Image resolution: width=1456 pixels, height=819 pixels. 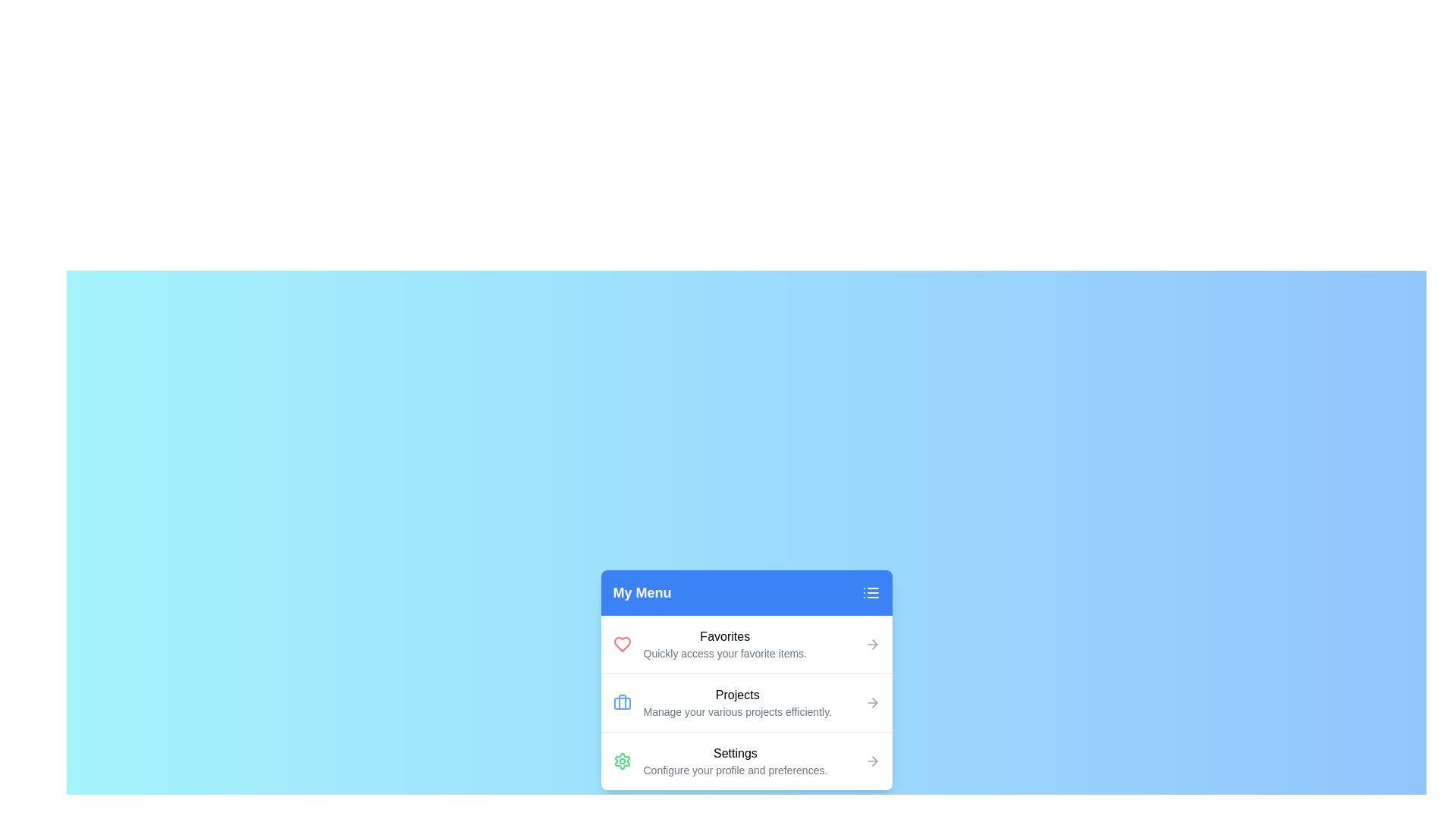 What do you see at coordinates (746, 702) in the screenshot?
I see `the menu item labeled Projects` at bounding box center [746, 702].